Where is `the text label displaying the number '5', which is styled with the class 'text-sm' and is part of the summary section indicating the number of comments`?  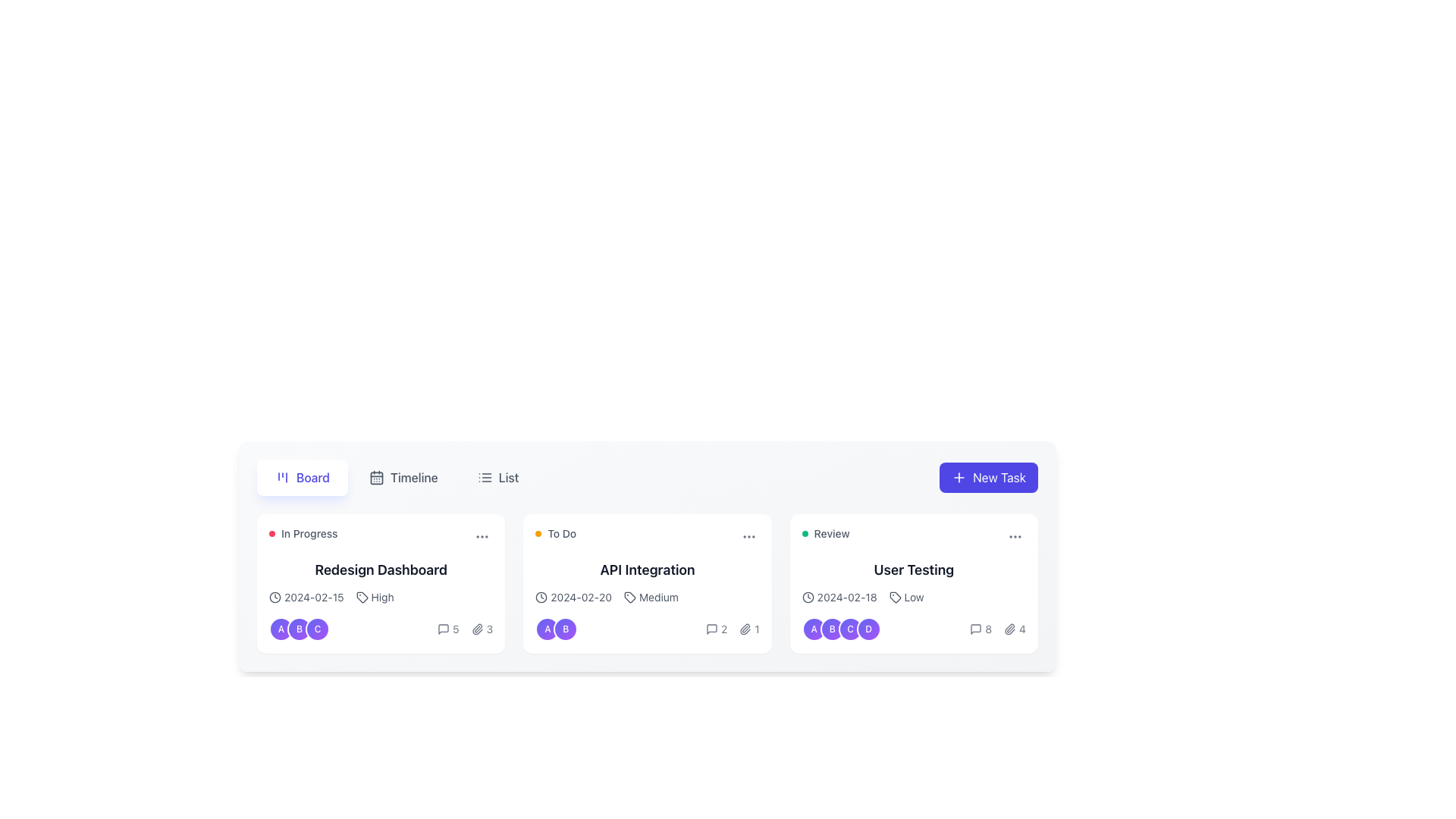
the text label displaying the number '5', which is styled with the class 'text-sm' and is part of the summary section indicating the number of comments is located at coordinates (455, 629).